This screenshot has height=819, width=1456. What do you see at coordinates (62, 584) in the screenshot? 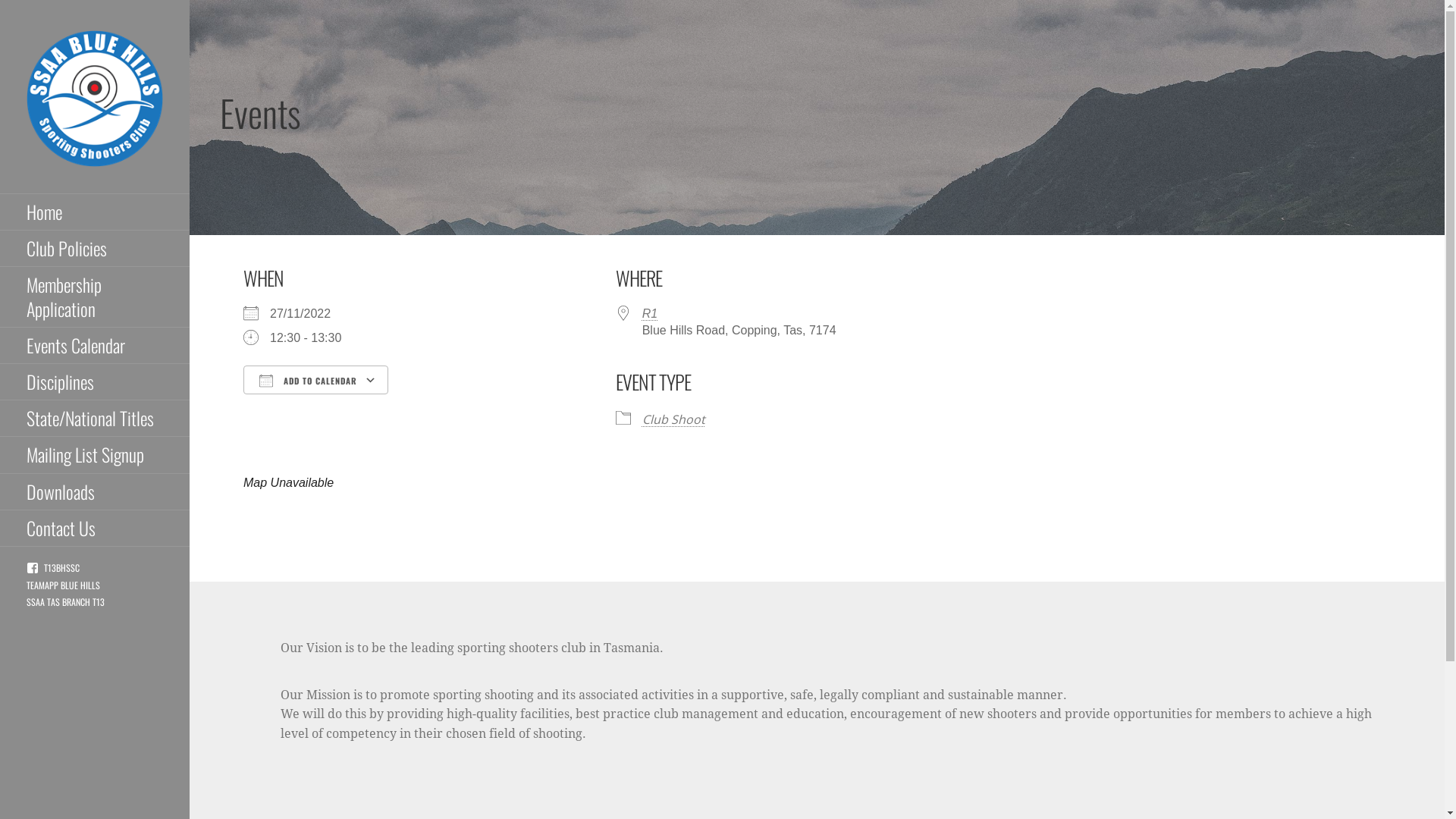
I see `'TEAMAPP BLUE HILLS'` at bounding box center [62, 584].